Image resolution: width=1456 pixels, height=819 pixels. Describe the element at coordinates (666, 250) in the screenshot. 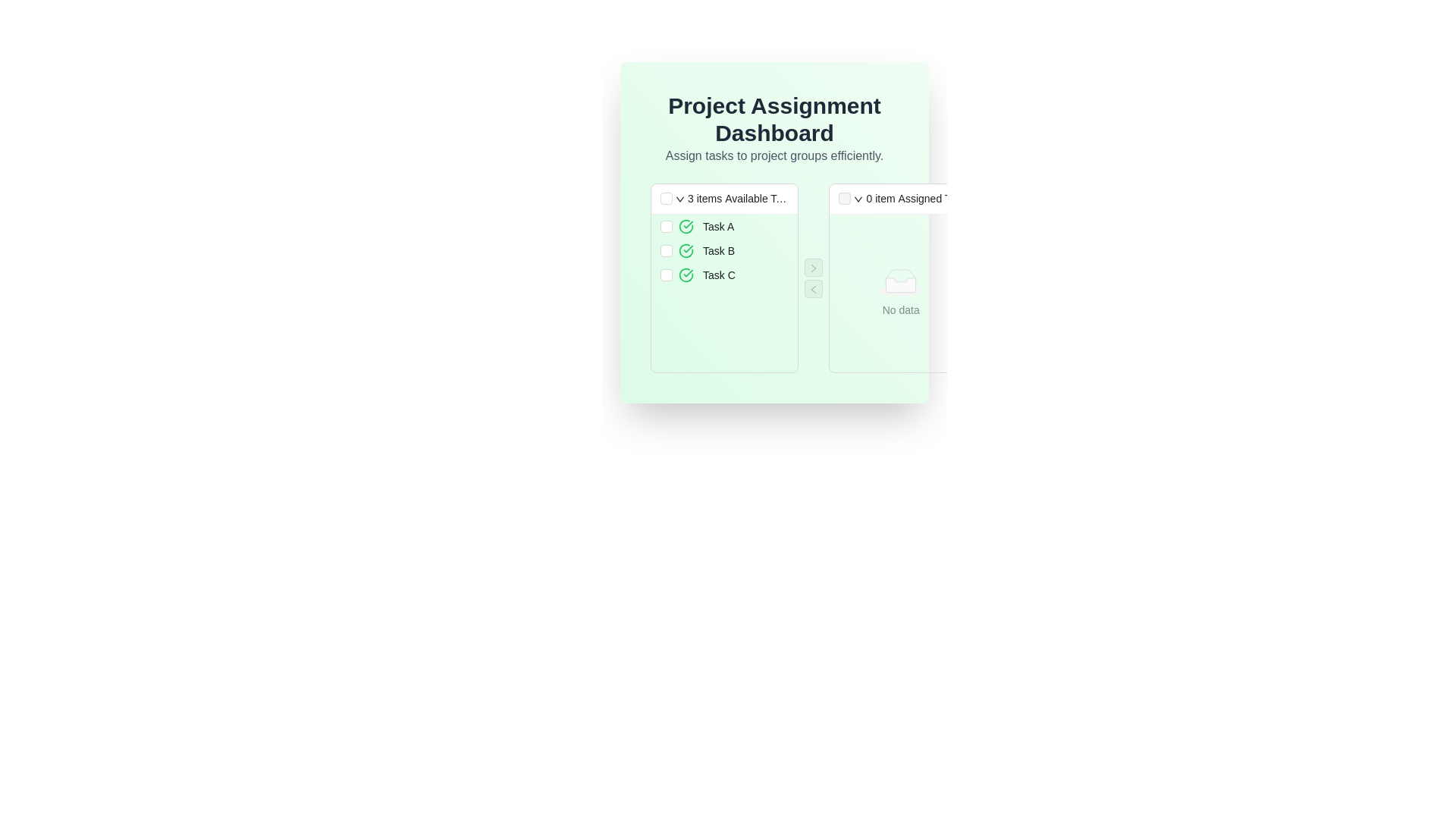

I see `the checkbox located` at that location.